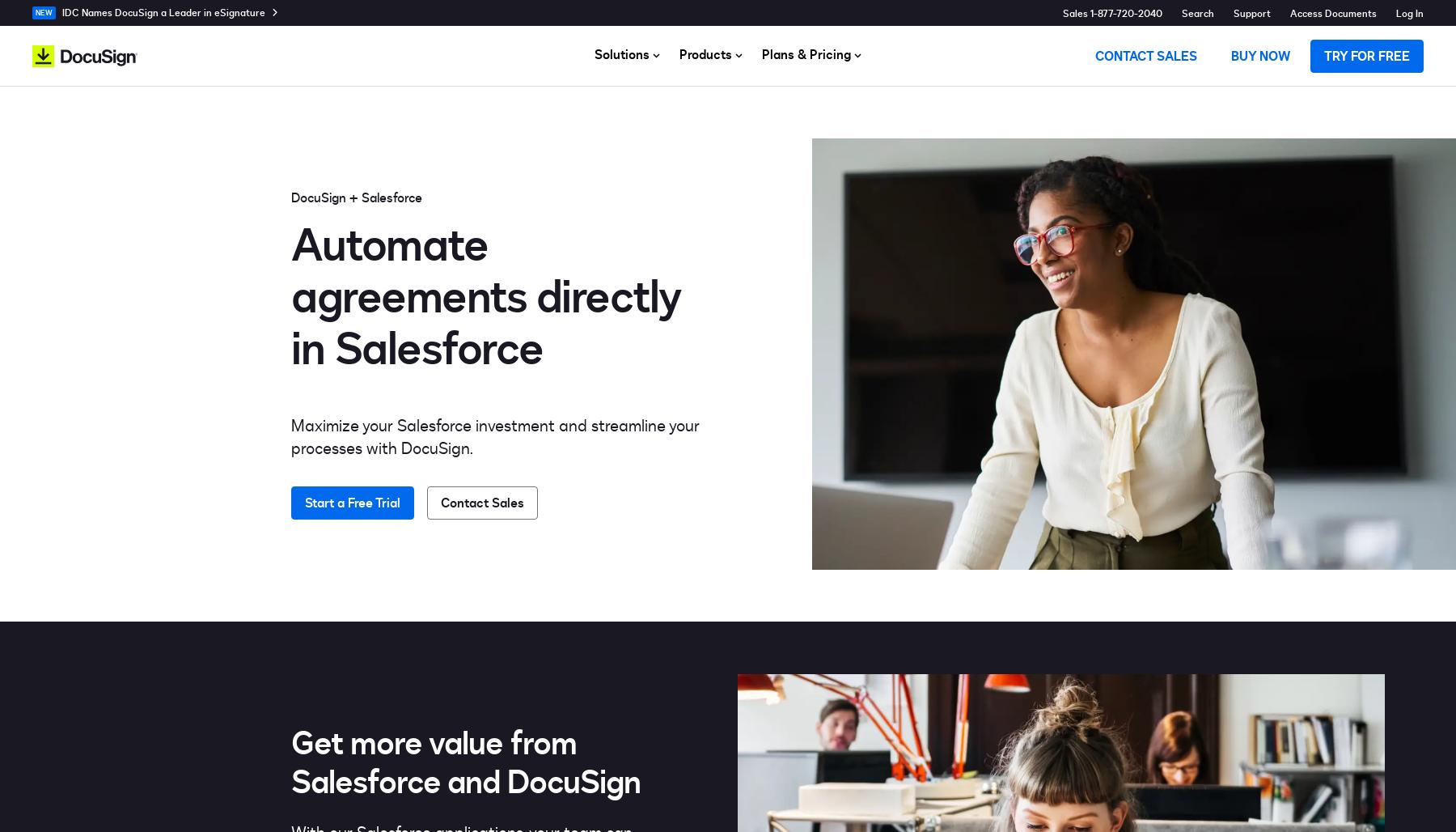 The image size is (1456, 832). I want to click on 'Customer Experience', so click(577, 232).